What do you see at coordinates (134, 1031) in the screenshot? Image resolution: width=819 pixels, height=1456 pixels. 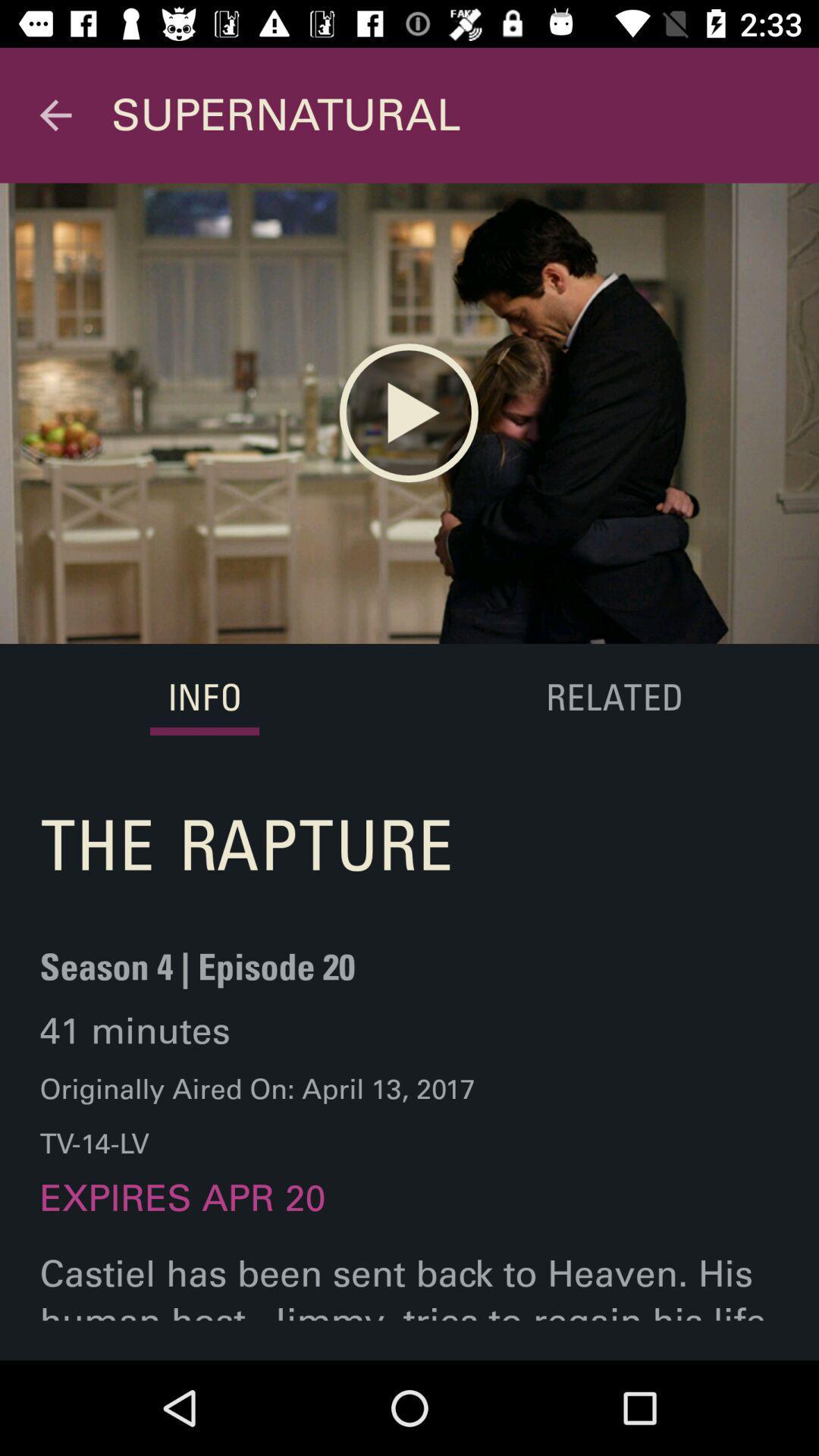 I see `41 minutes icon` at bounding box center [134, 1031].